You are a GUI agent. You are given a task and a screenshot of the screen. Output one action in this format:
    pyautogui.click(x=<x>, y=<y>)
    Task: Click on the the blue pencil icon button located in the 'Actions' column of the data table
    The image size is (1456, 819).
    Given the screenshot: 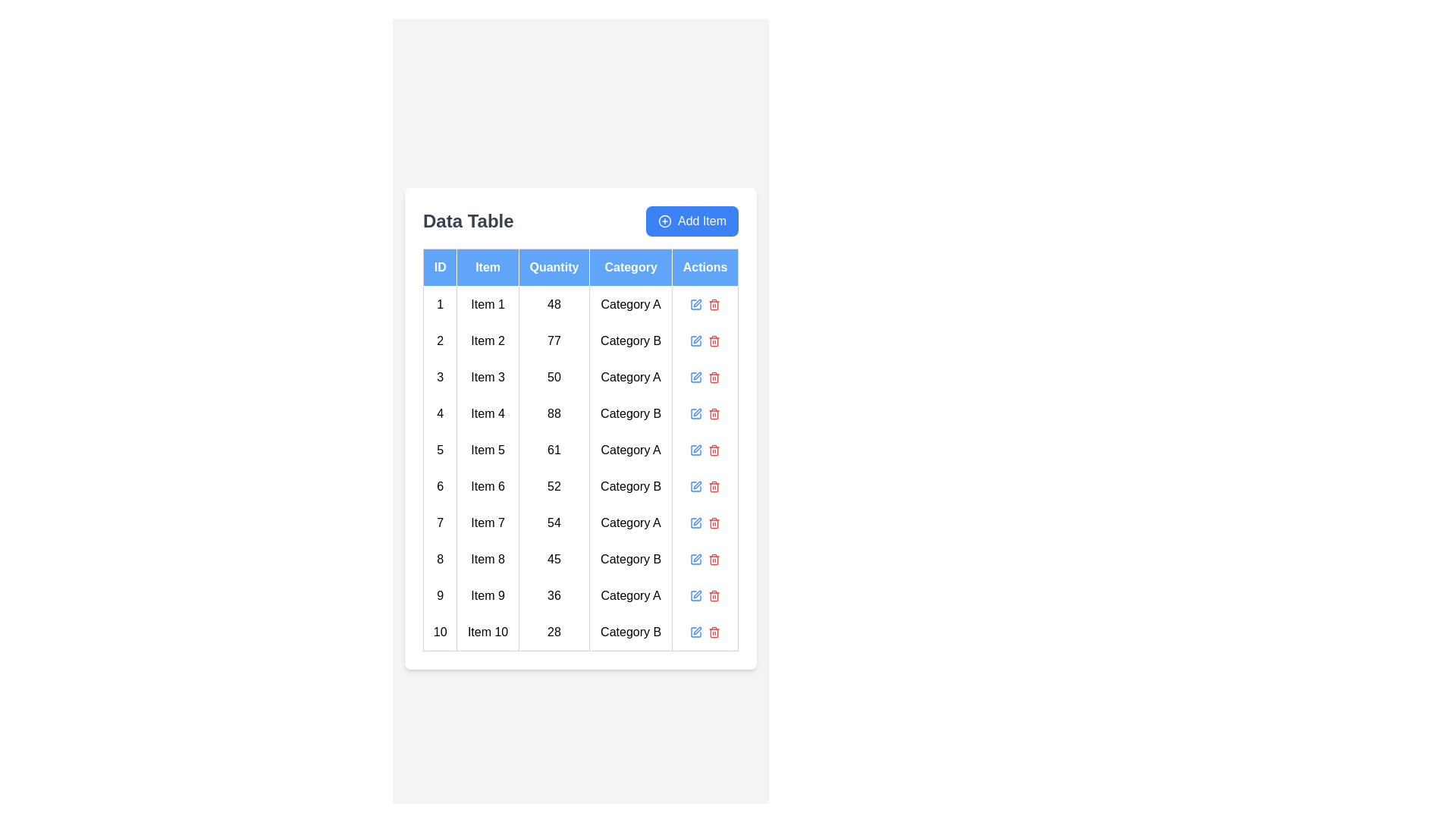 What is the action you would take?
    pyautogui.click(x=695, y=376)
    